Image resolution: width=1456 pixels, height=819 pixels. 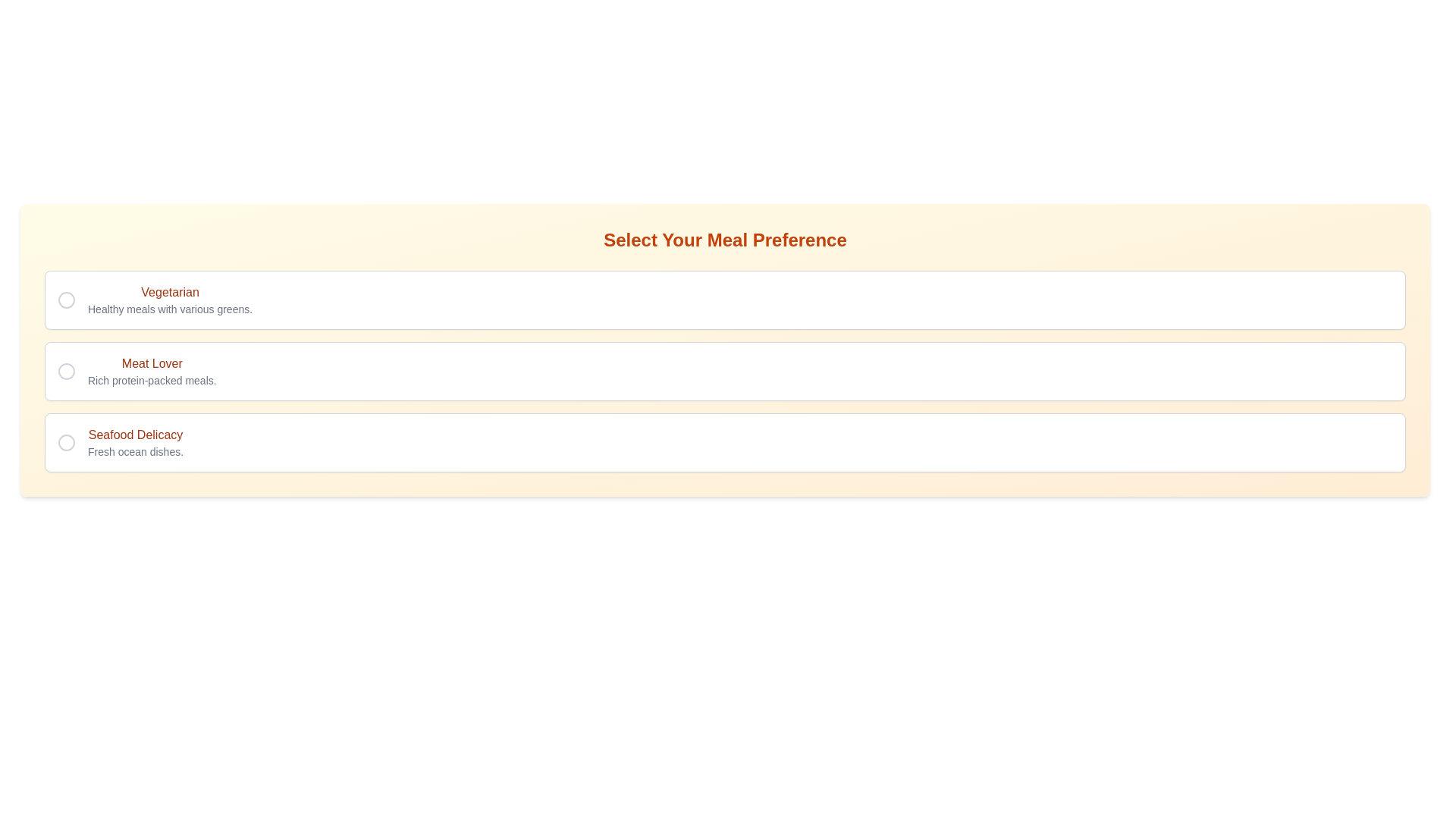 What do you see at coordinates (152, 379) in the screenshot?
I see `the text label element that reads 'Rich protein-packed meals.' located directly below the 'Meat Lover' title in the meal preference options list` at bounding box center [152, 379].